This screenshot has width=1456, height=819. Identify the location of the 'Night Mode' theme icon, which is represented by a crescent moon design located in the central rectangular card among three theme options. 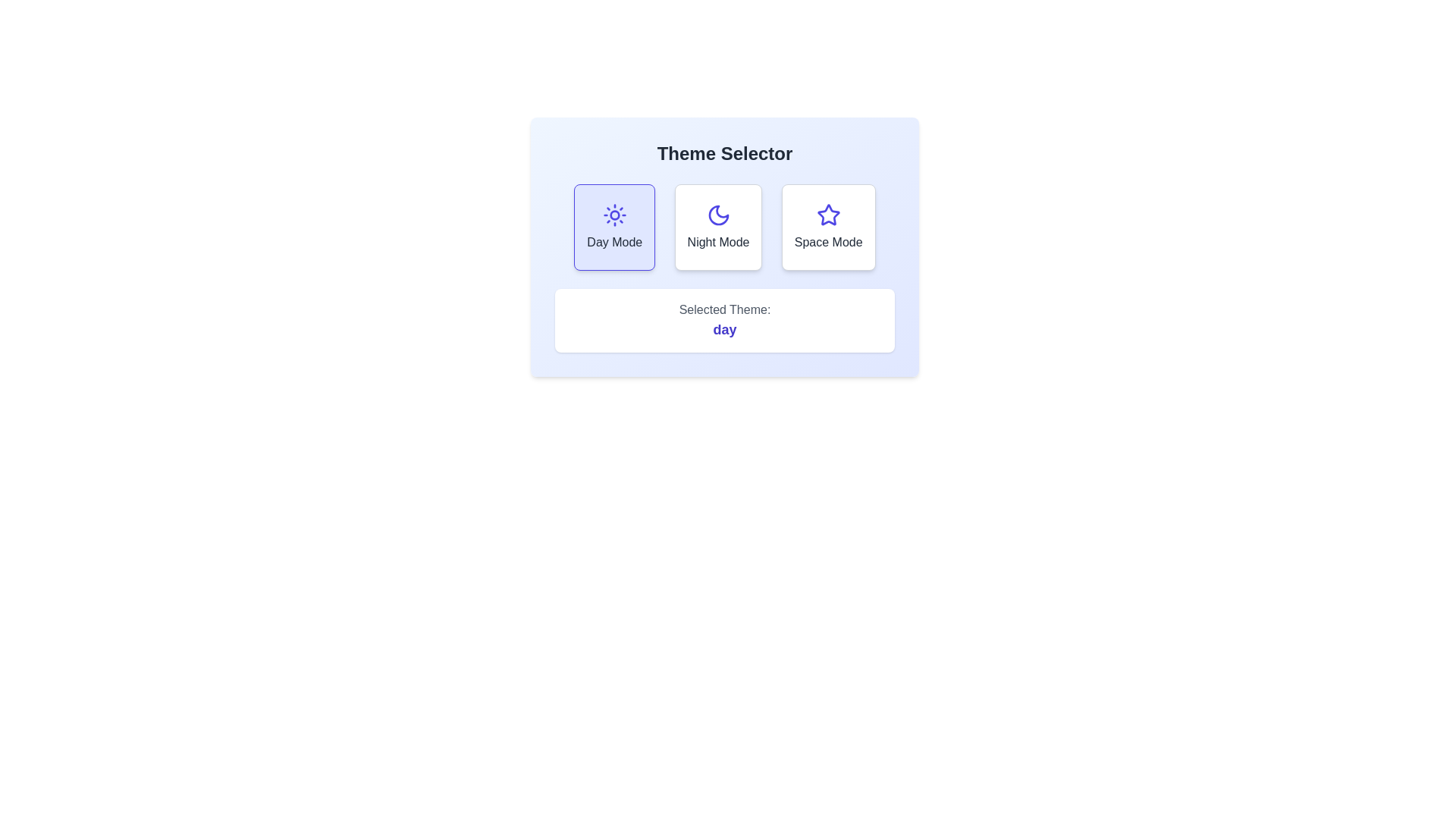
(717, 215).